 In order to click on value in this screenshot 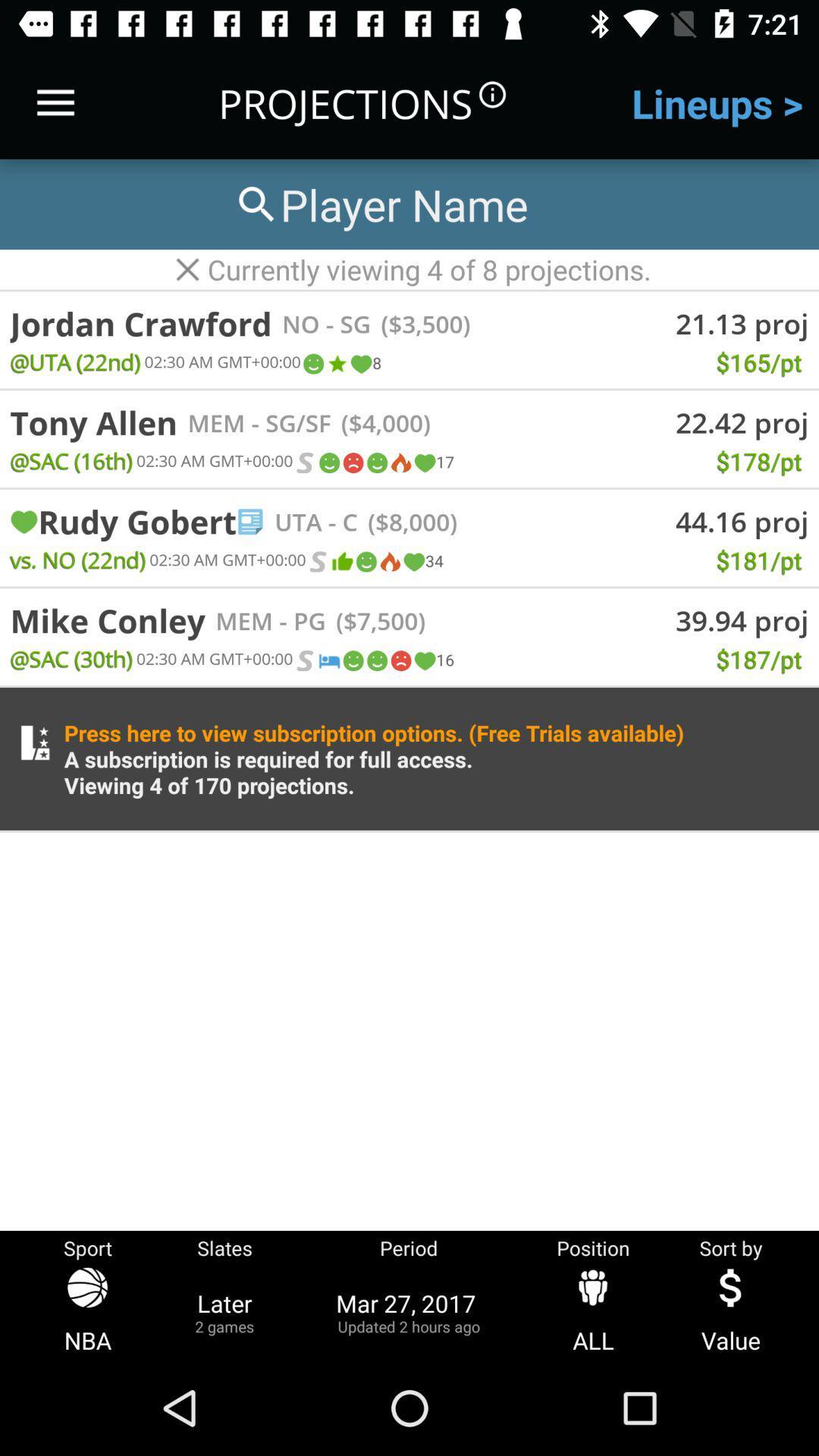, I will do `click(730, 1311)`.